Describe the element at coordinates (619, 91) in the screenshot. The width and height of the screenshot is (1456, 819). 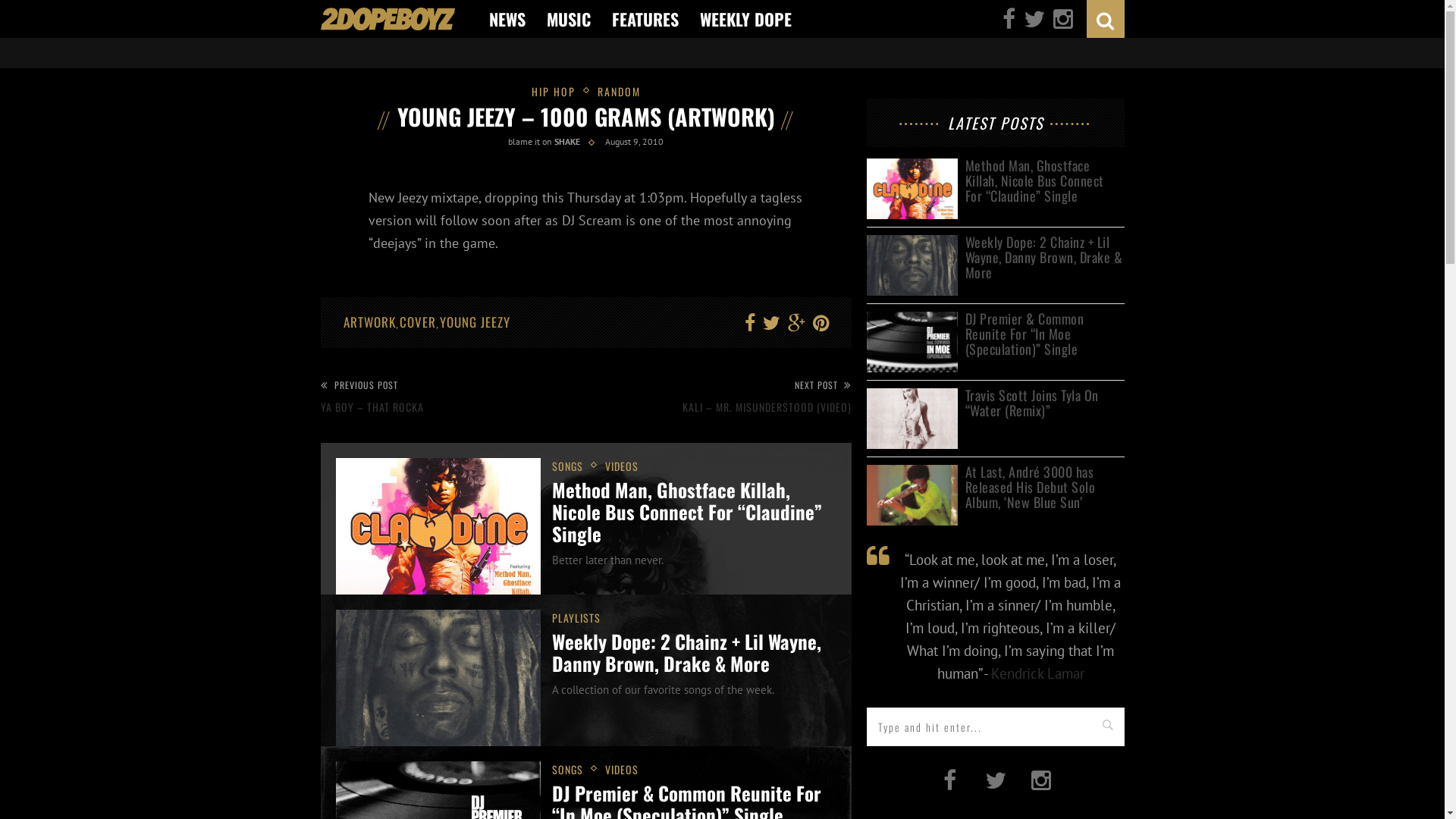
I see `'RANDOM'` at that location.